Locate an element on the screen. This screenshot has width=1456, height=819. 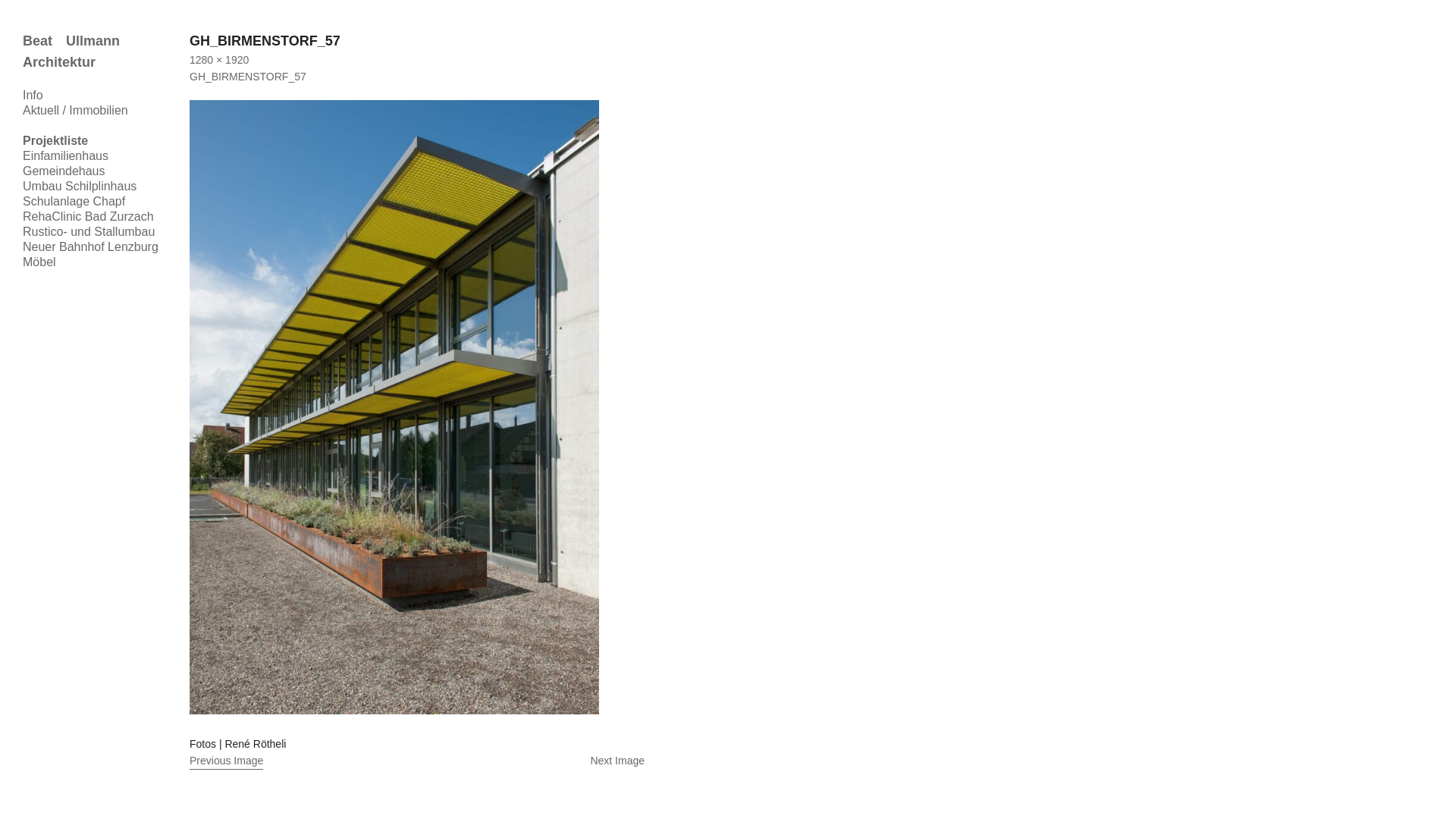
'Previous Image' is located at coordinates (225, 761).